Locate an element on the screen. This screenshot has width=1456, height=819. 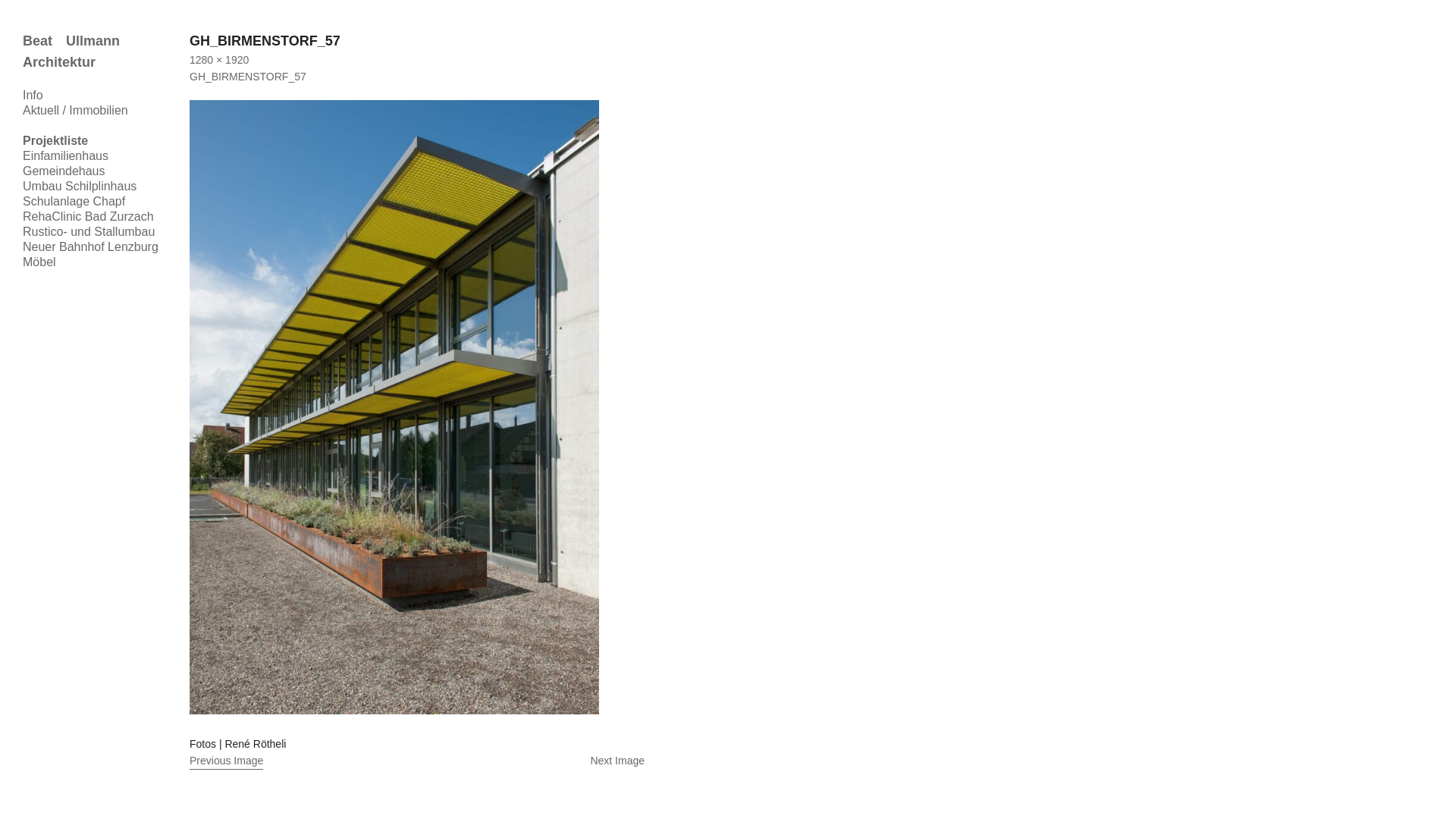
'Previous Image' is located at coordinates (225, 761).